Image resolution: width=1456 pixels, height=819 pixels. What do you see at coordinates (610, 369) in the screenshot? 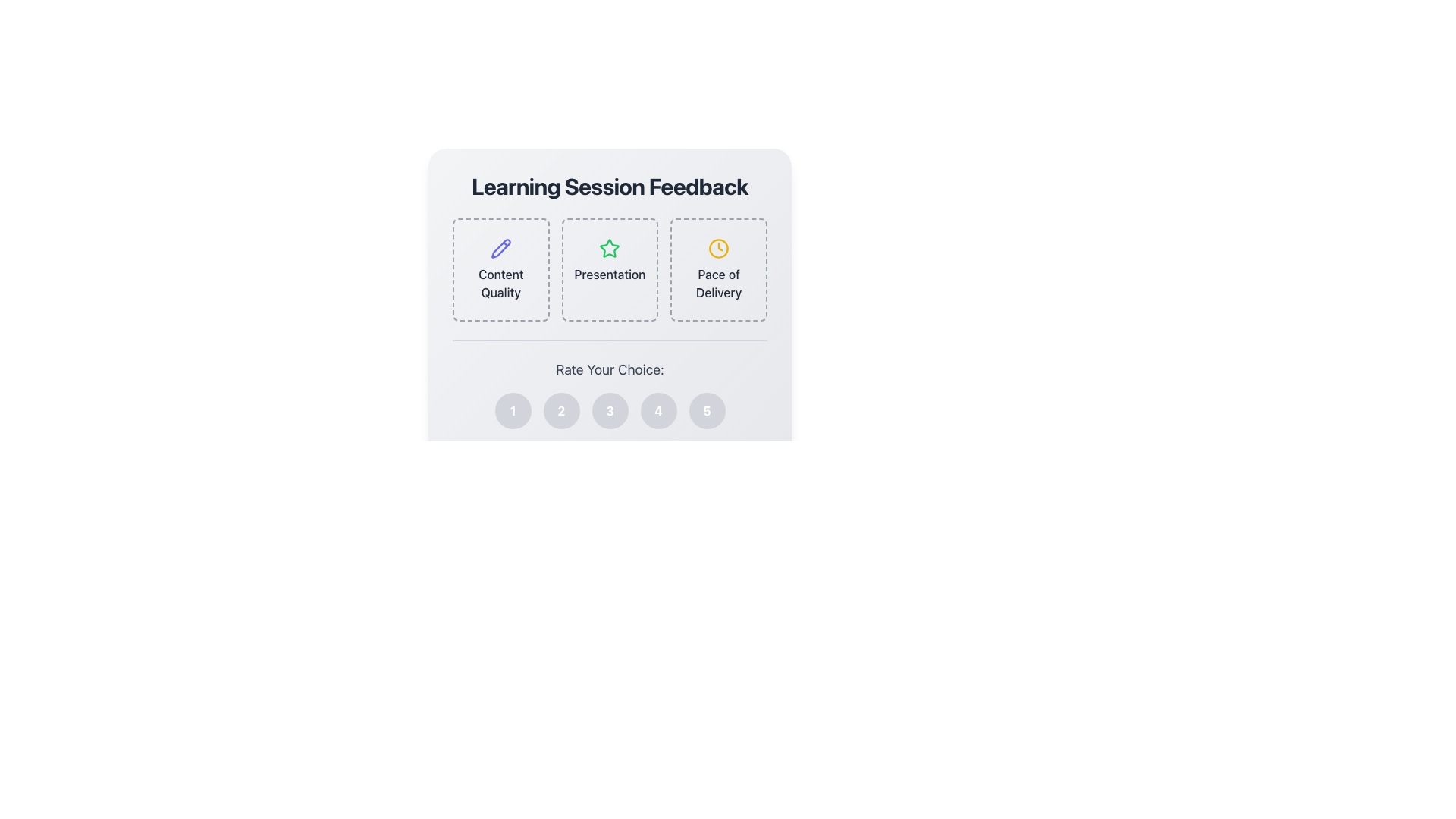
I see `the descriptive text label that prompts users to make a rating selection, located directly above a row of circular buttons numbered 1 to 5` at bounding box center [610, 369].